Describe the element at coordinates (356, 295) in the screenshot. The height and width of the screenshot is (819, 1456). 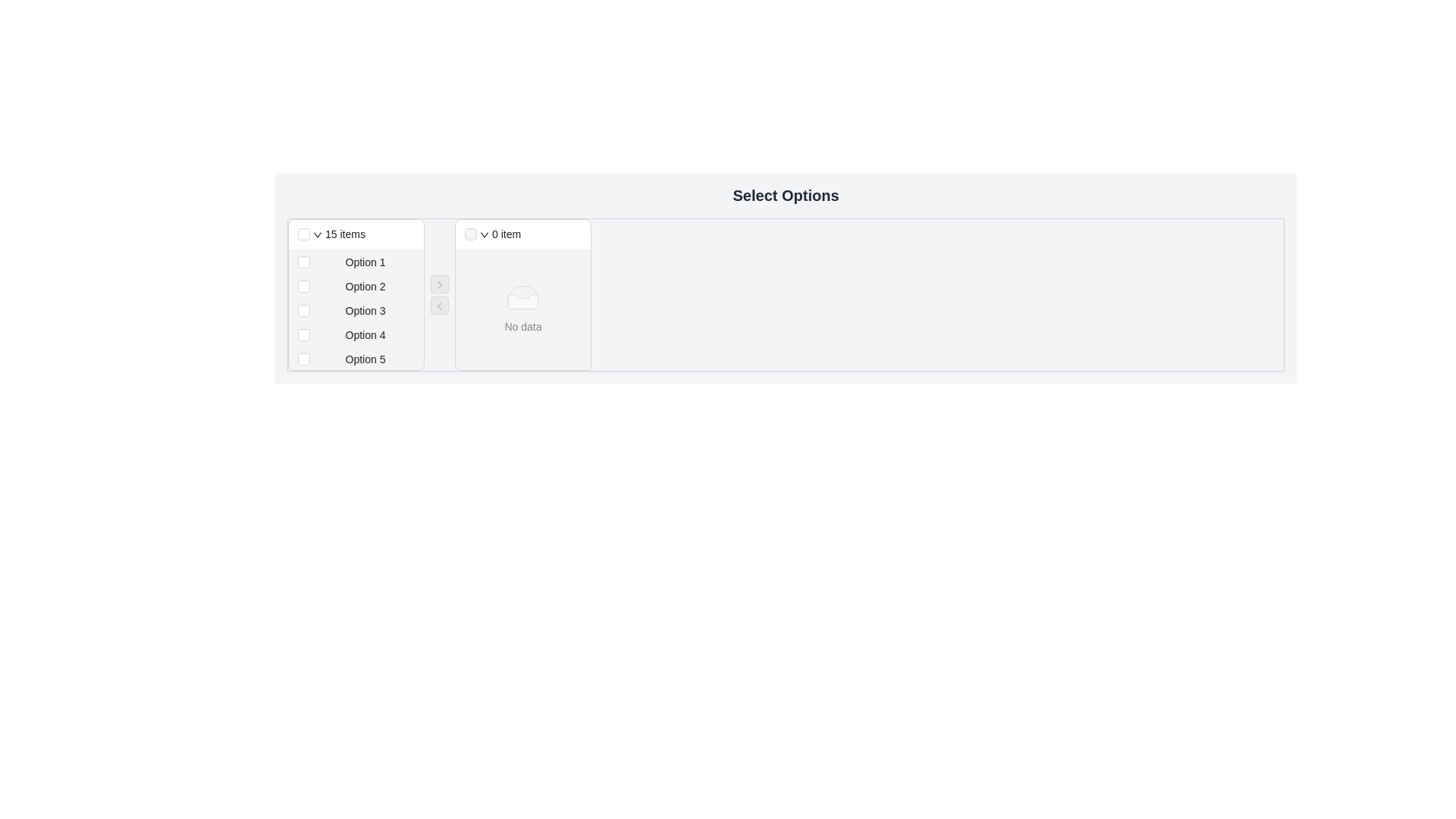
I see `the checkbox of the second item in the selection list located on the left panel beneath the header '15 items'` at that location.